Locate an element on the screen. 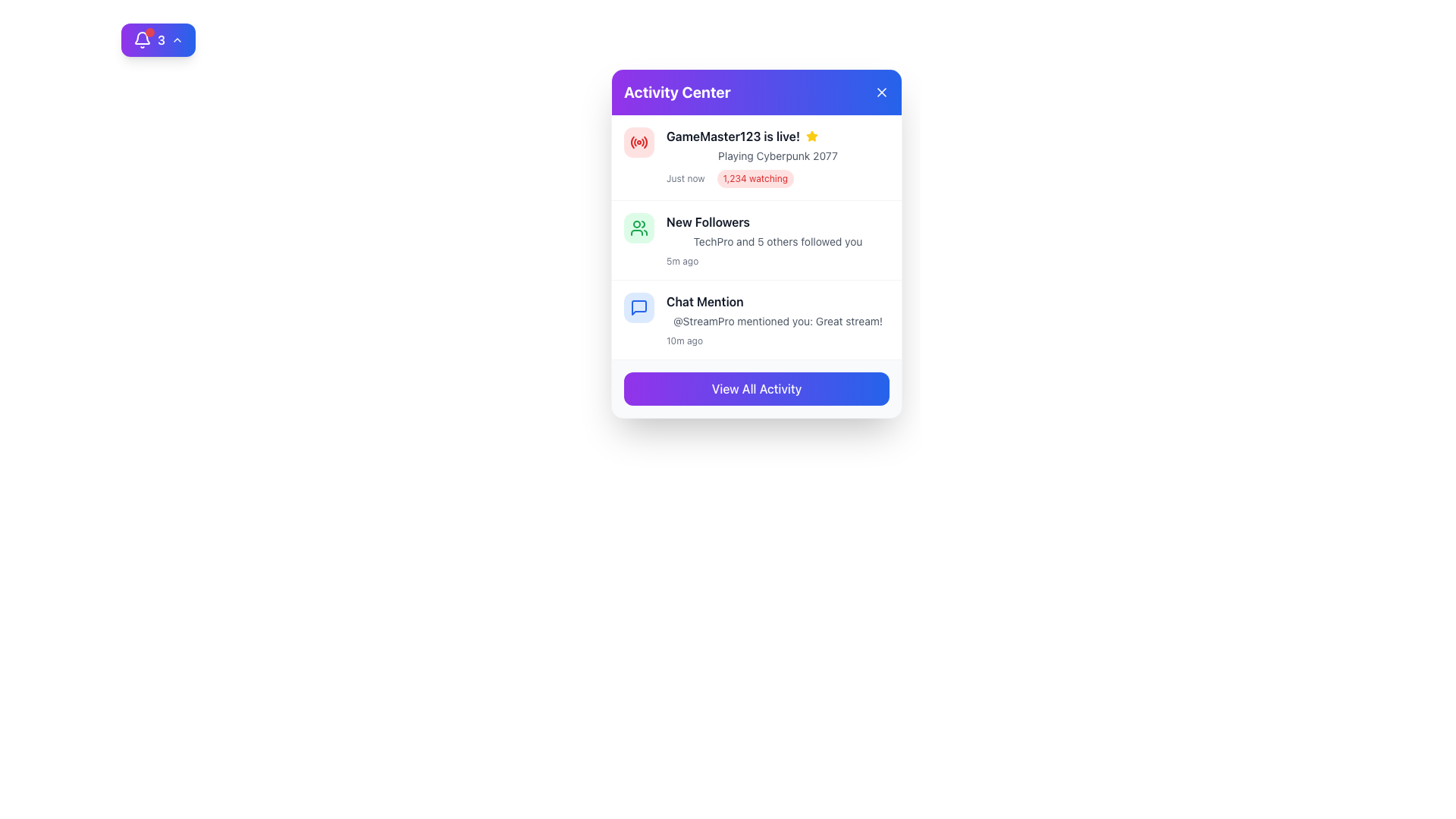 The image size is (1456, 819). the filled yellow star-shaped icon located to the right of the title 'GameMaster123 is live!' in the activity center popup is located at coordinates (811, 135).